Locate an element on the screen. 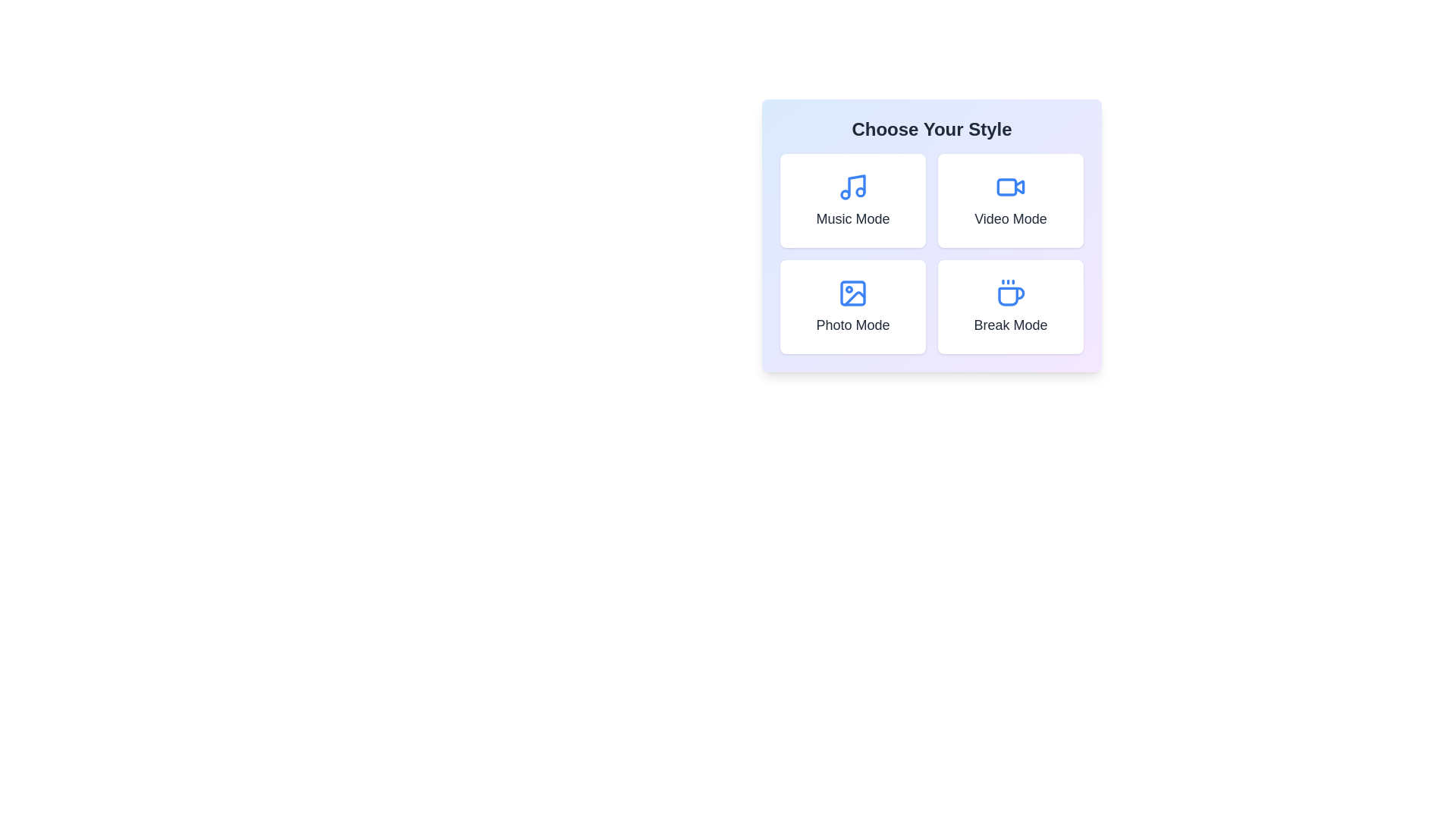  the button labeled Break Mode to trigger additional actions is located at coordinates (1011, 307).